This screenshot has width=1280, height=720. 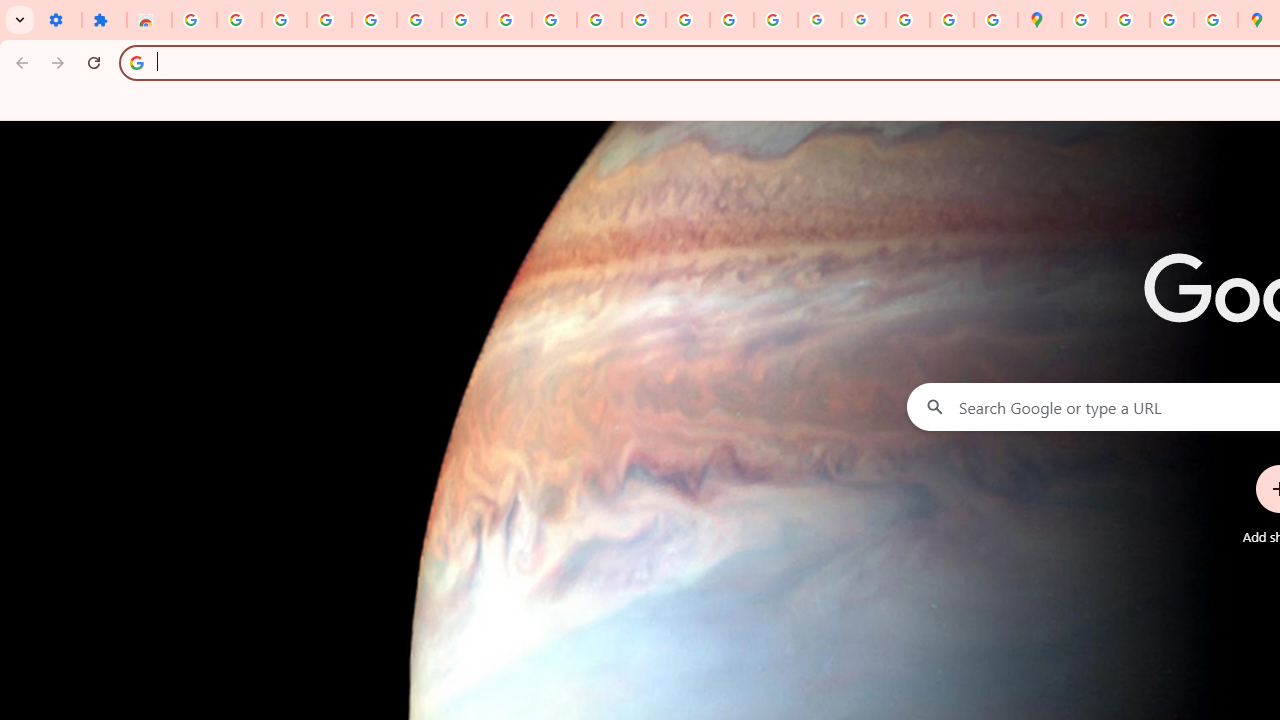 What do you see at coordinates (509, 20) in the screenshot?
I see `'Google Account'` at bounding box center [509, 20].